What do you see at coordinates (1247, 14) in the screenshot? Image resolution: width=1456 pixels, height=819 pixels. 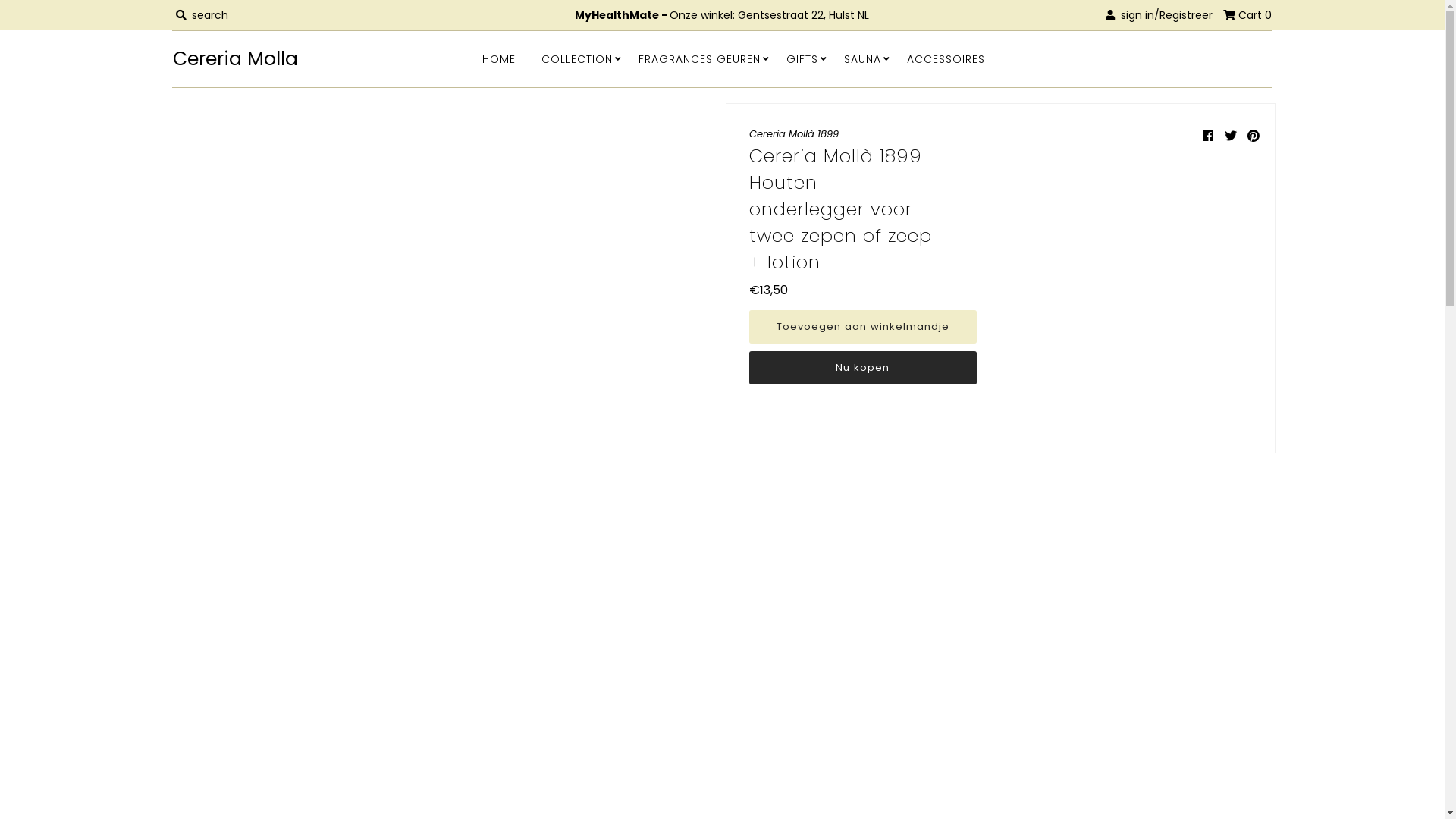 I see `' Cart 0'` at bounding box center [1247, 14].